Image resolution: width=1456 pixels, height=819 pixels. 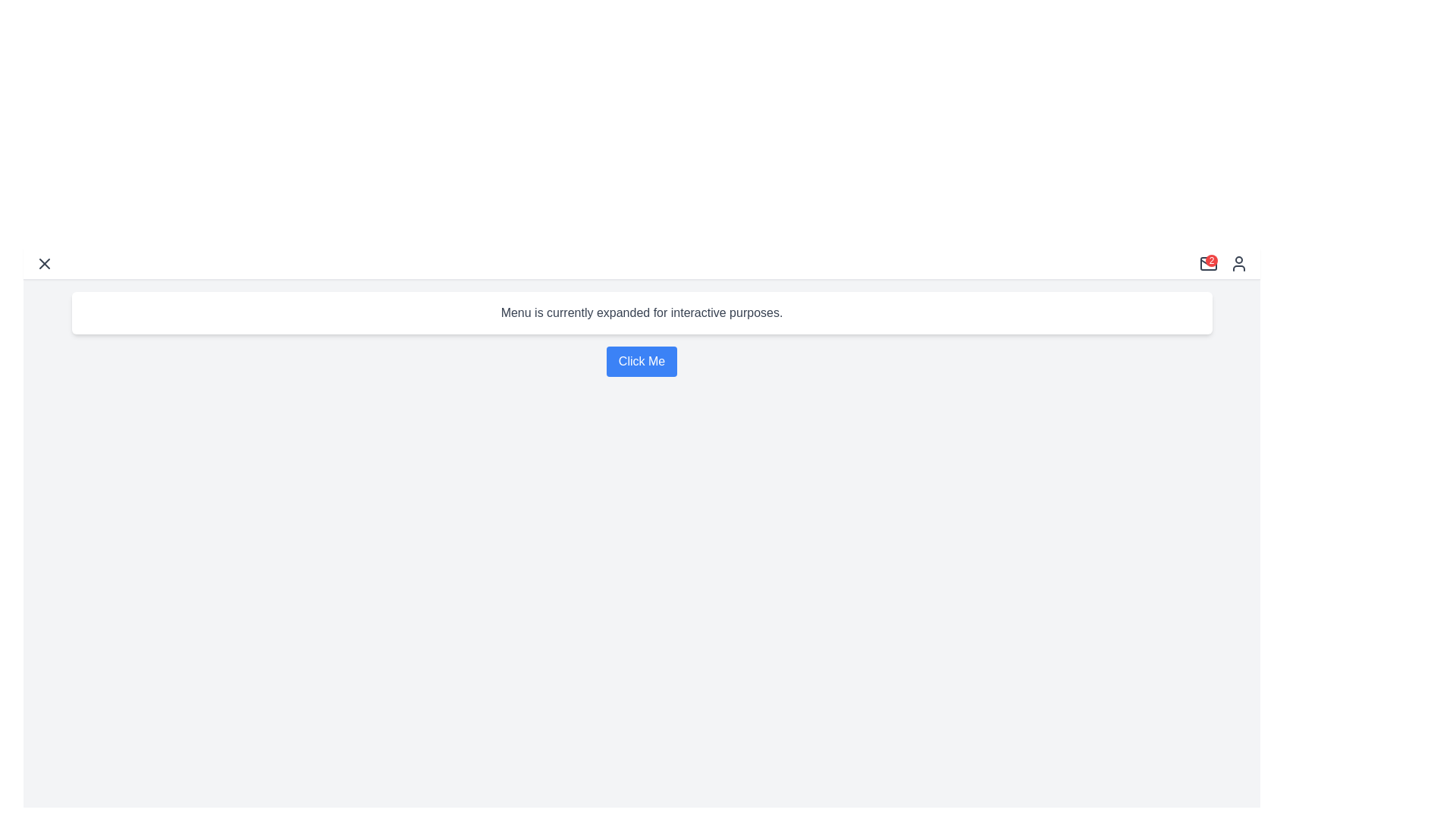 What do you see at coordinates (44, 262) in the screenshot?
I see `the cross symbol icon, which is styled with dark lines intersecting diagonally within a square` at bounding box center [44, 262].